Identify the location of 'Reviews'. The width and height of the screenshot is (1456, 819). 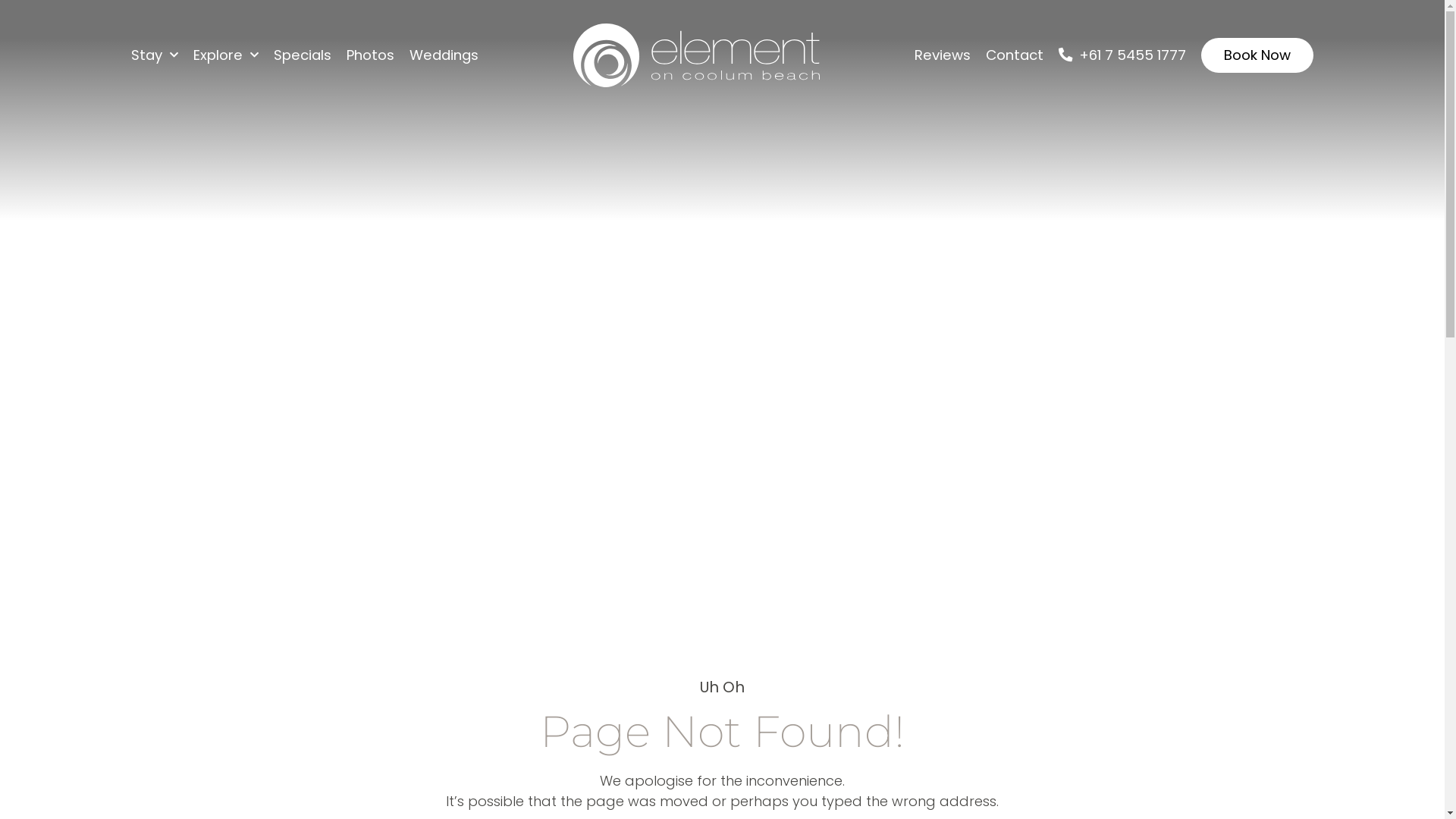
(942, 55).